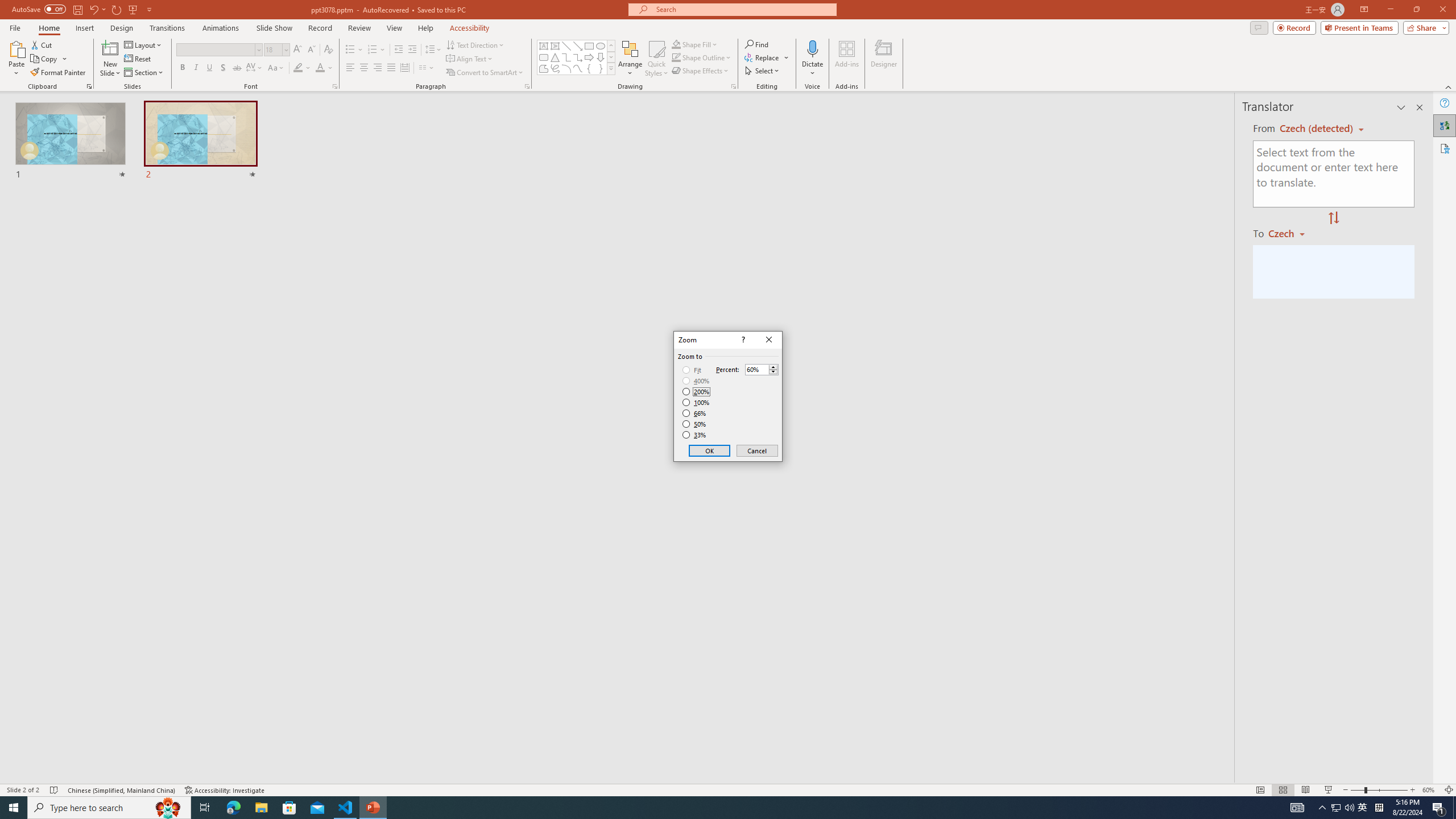 The width and height of the screenshot is (1456, 819). Describe the element at coordinates (676, 56) in the screenshot. I see `'Shape Outline Green, Accent 1'` at that location.